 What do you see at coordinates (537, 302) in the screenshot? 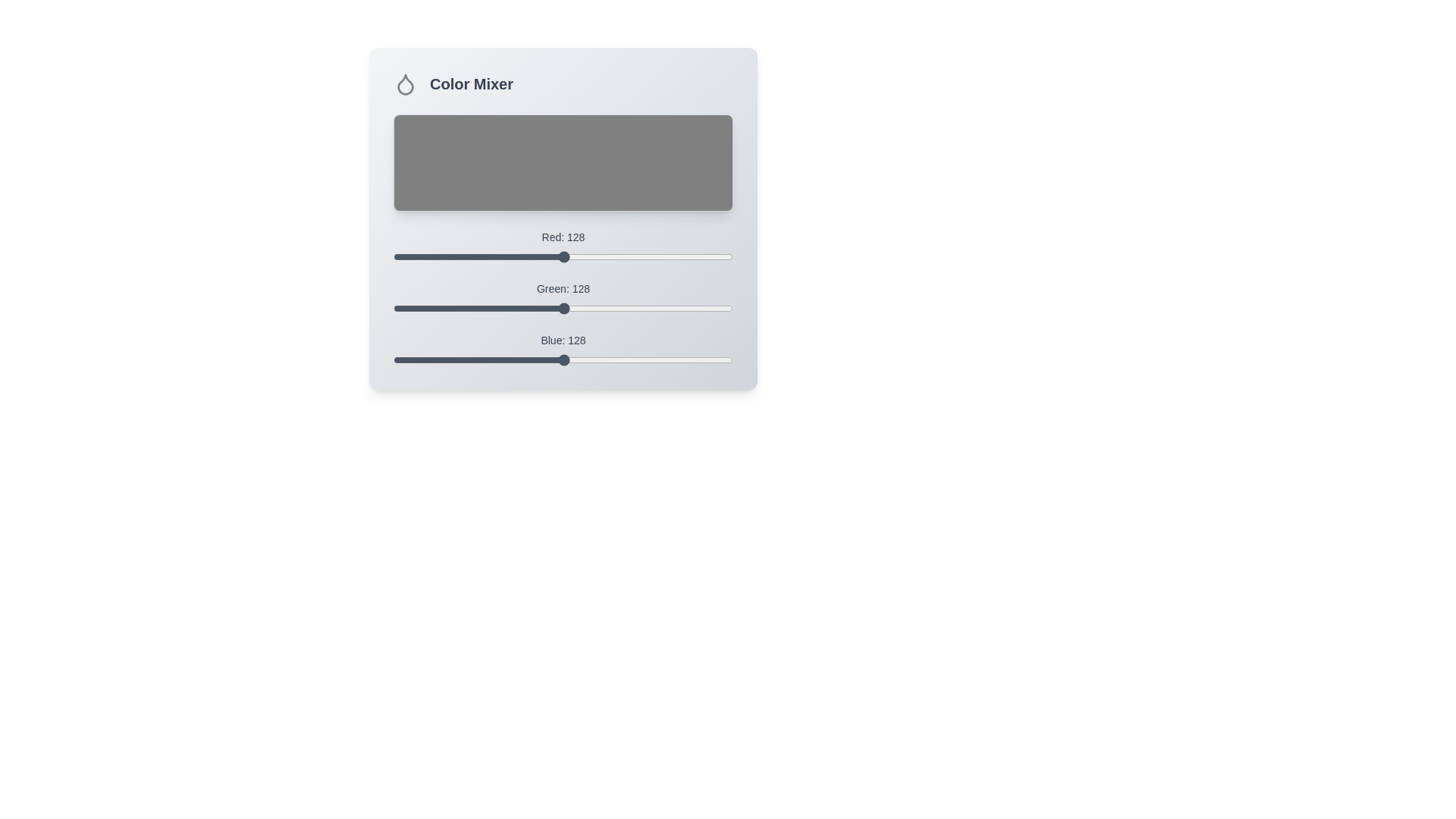
I see `the 1 slider to 108` at bounding box center [537, 302].